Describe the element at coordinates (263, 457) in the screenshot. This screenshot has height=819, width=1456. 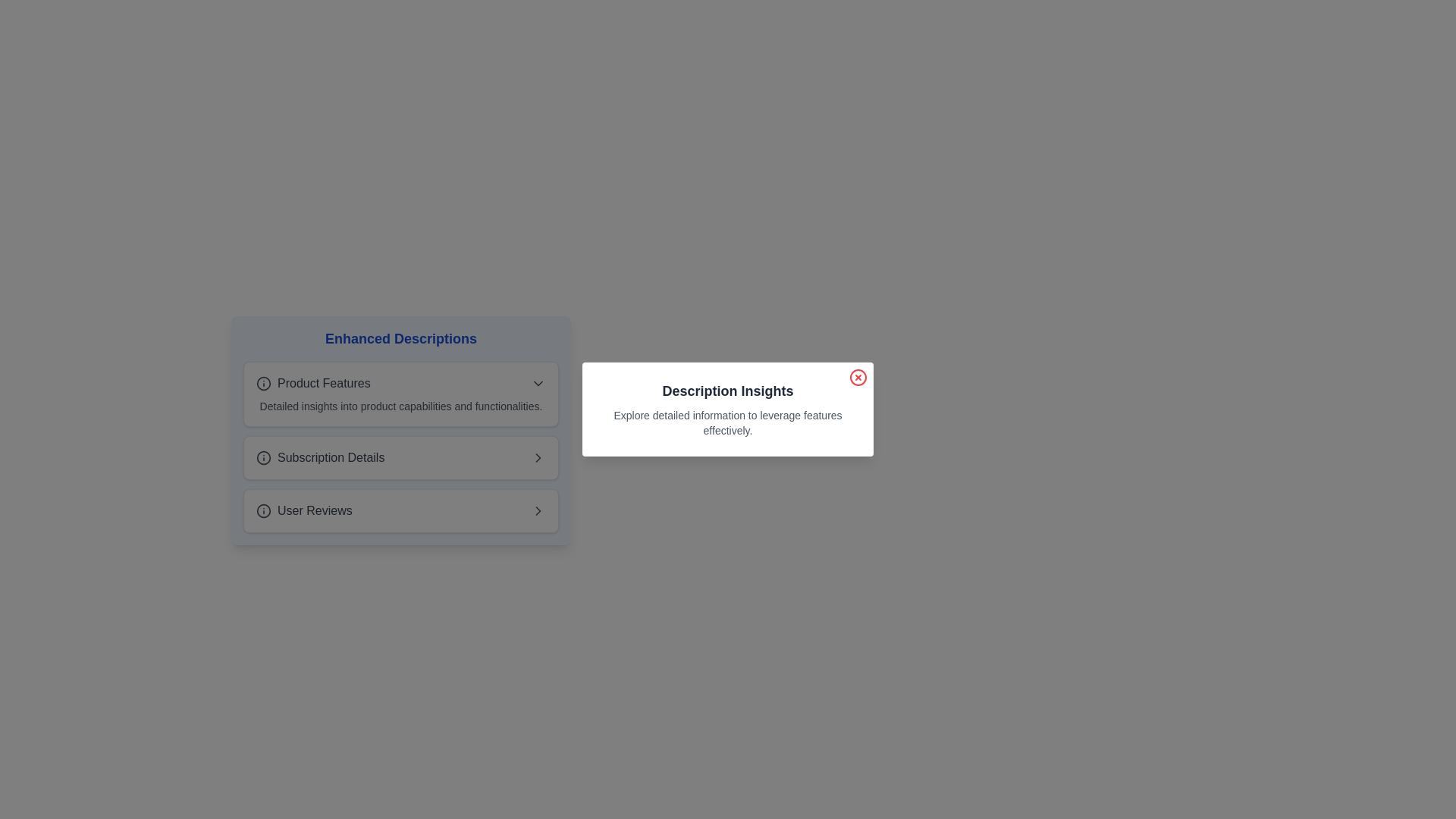
I see `the circular SVG component that serves as a decorative representation, located in the middle of an icon group near the text 'Subscription Details'` at that location.